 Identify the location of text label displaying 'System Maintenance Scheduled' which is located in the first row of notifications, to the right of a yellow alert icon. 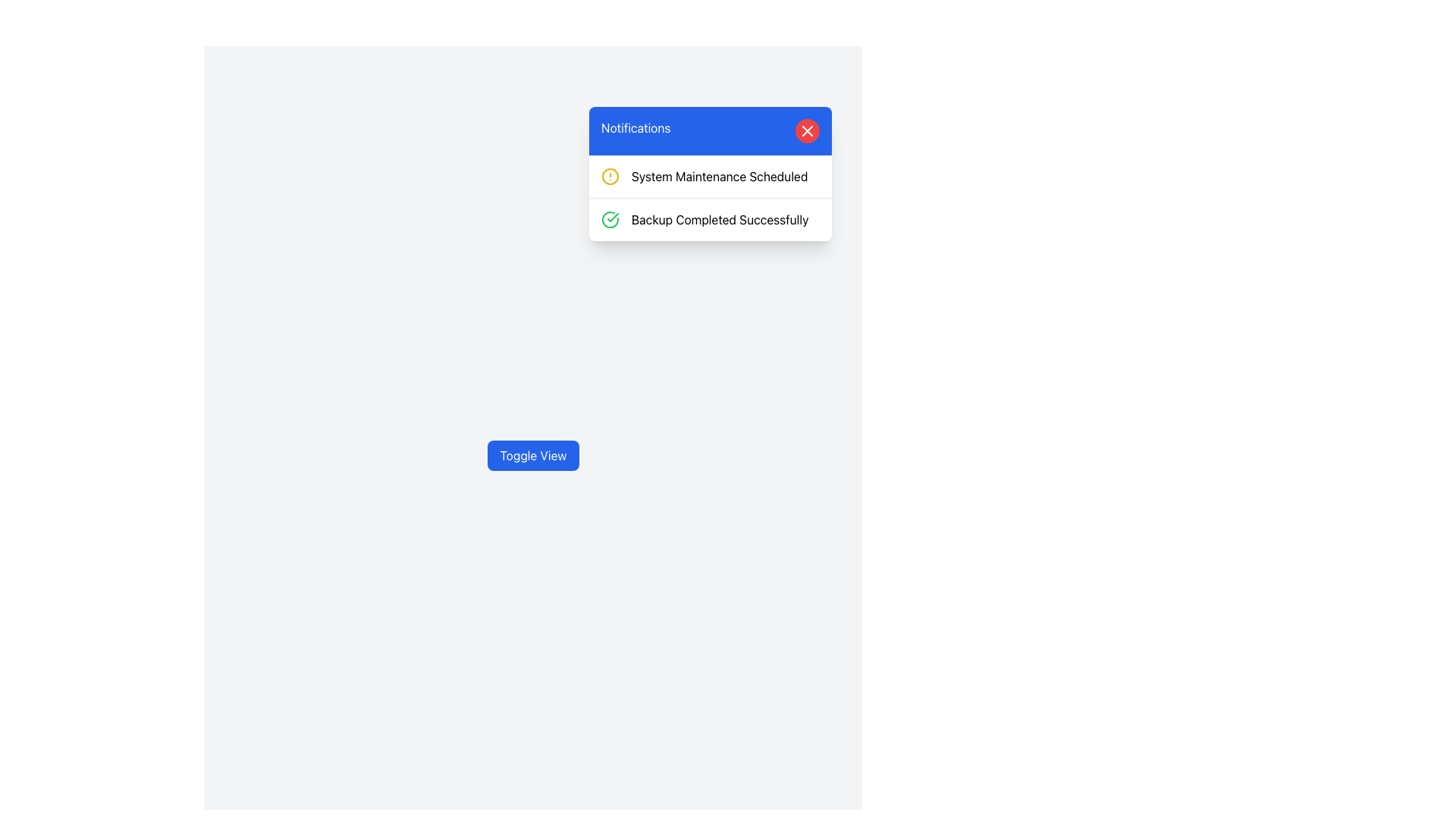
(719, 175).